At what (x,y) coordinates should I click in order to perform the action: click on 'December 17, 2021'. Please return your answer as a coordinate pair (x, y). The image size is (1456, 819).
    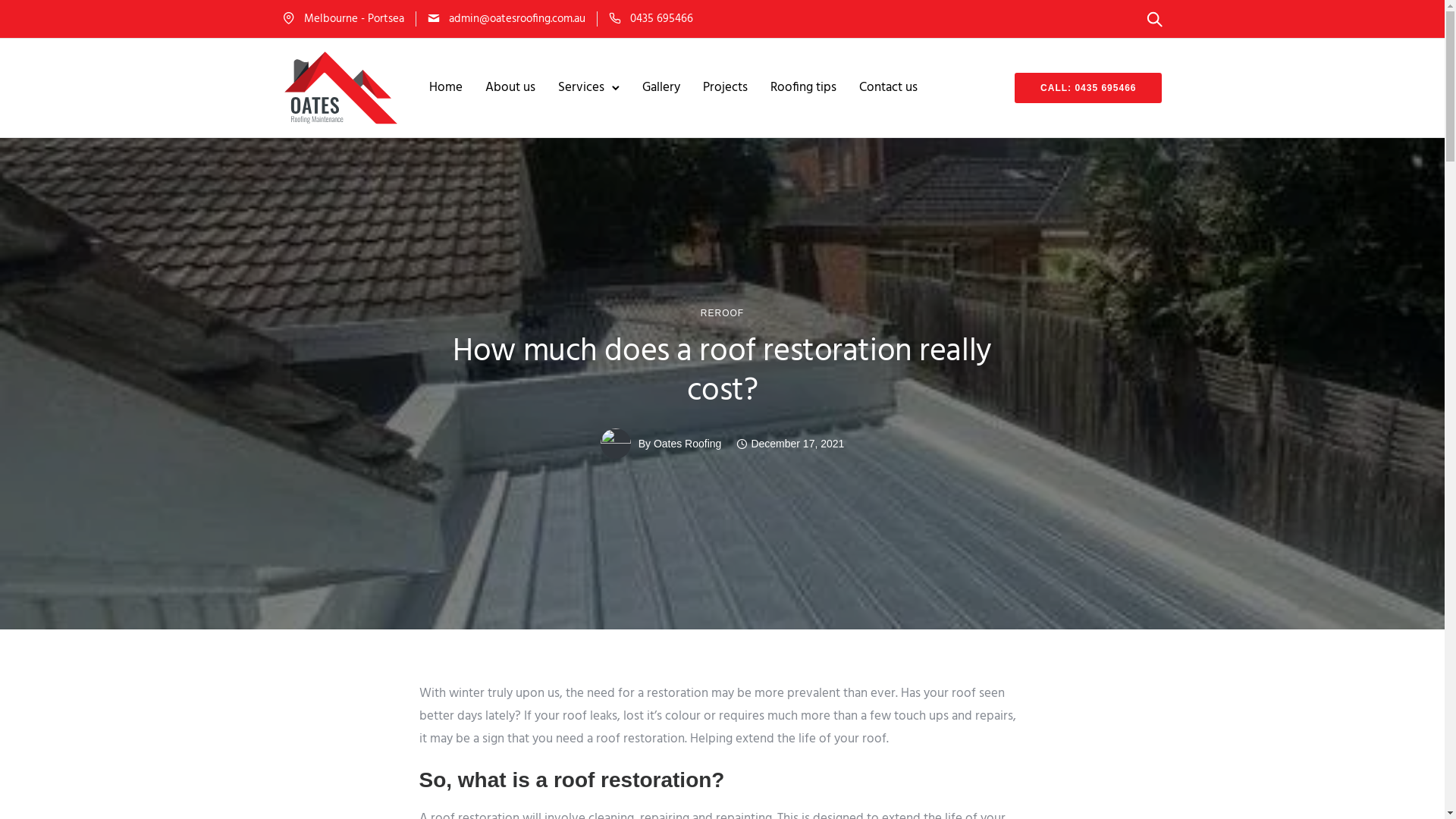
    Looking at the image, I should click on (789, 444).